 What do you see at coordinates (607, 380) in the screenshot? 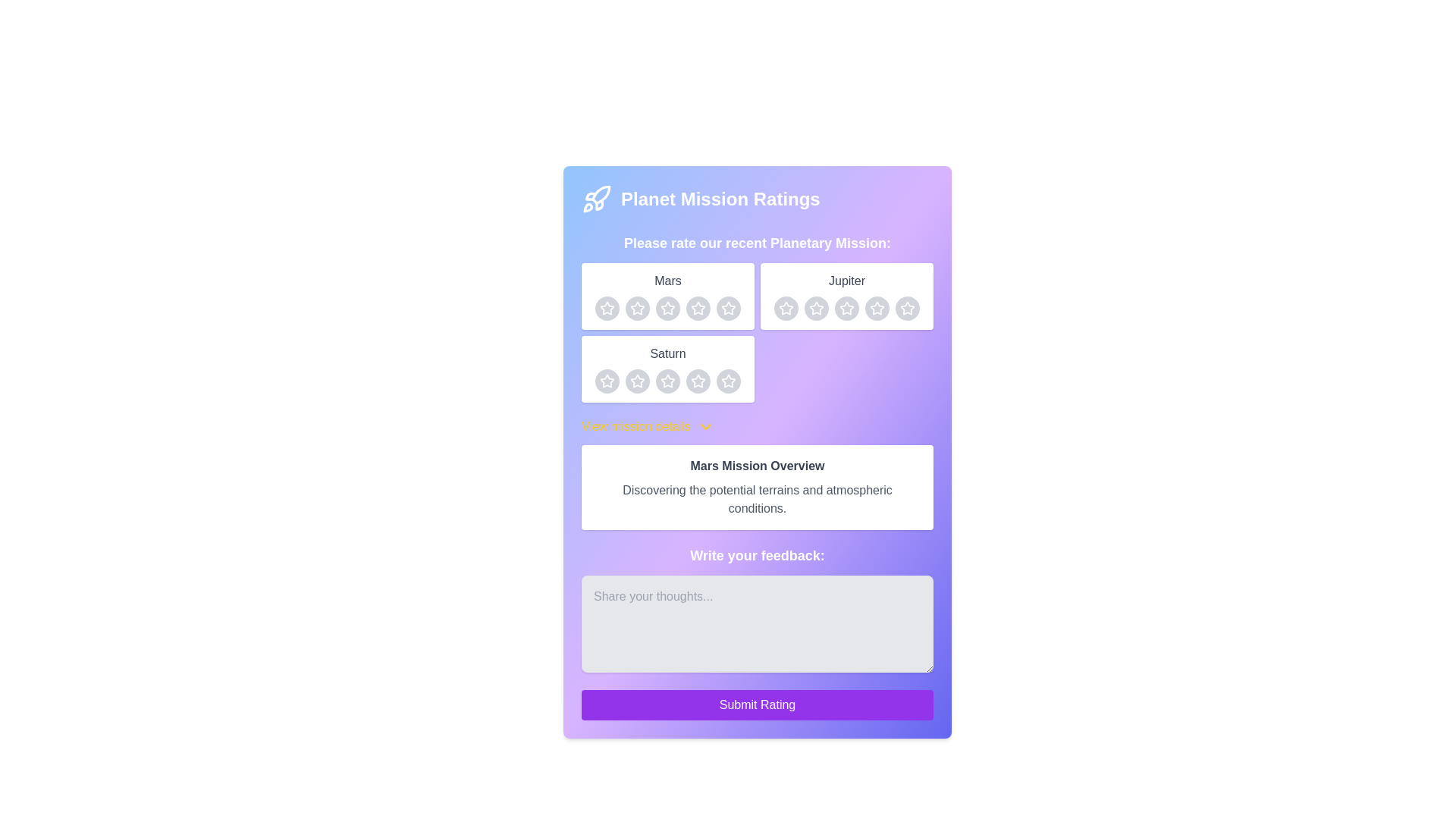
I see `the first rounded button with a gray background and a white star icon located under the text 'Saturn' to rate it` at bounding box center [607, 380].